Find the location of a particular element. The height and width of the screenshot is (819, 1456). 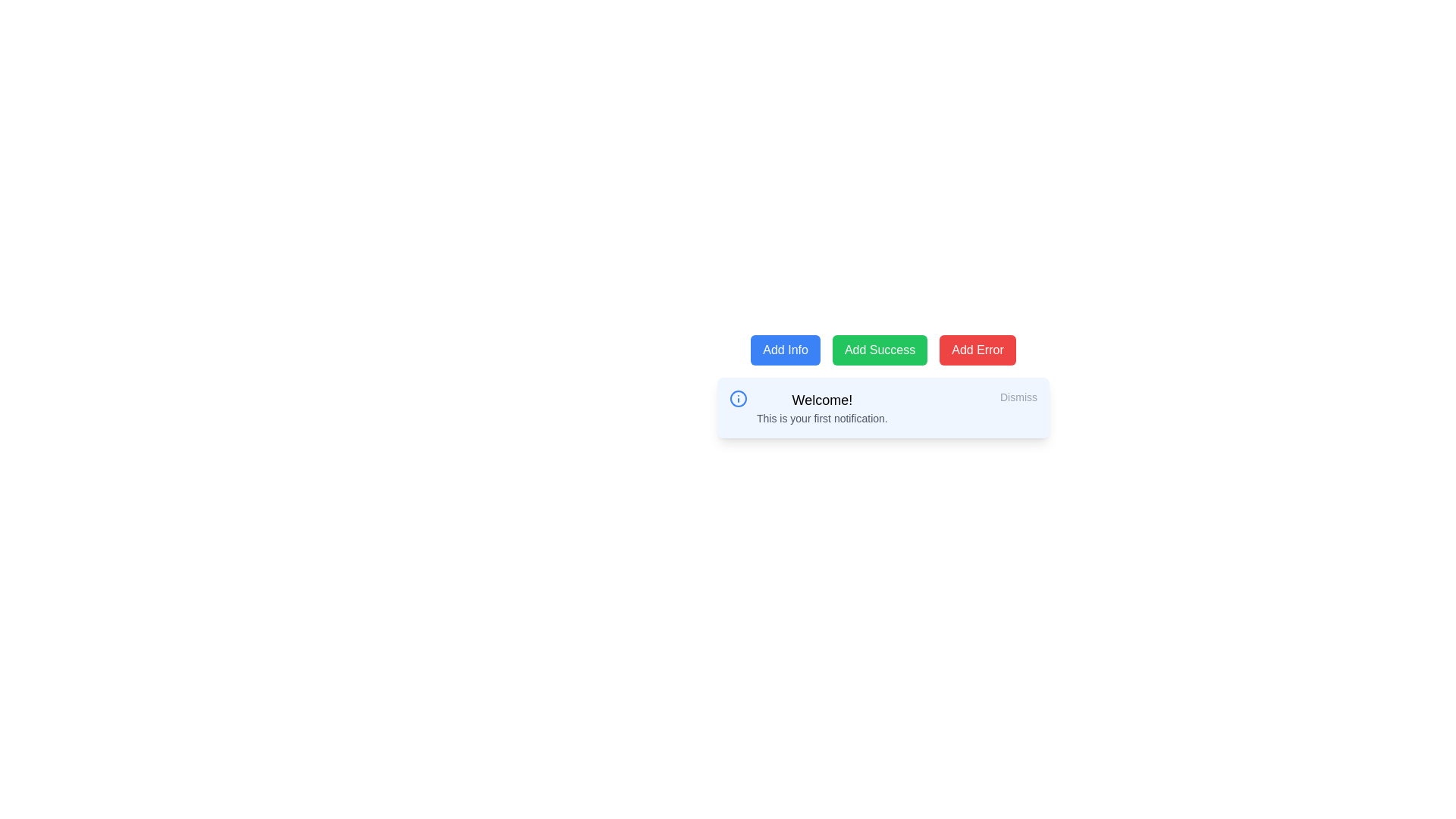

the dismiss button located at the top-right corner of the notification is located at coordinates (1018, 397).